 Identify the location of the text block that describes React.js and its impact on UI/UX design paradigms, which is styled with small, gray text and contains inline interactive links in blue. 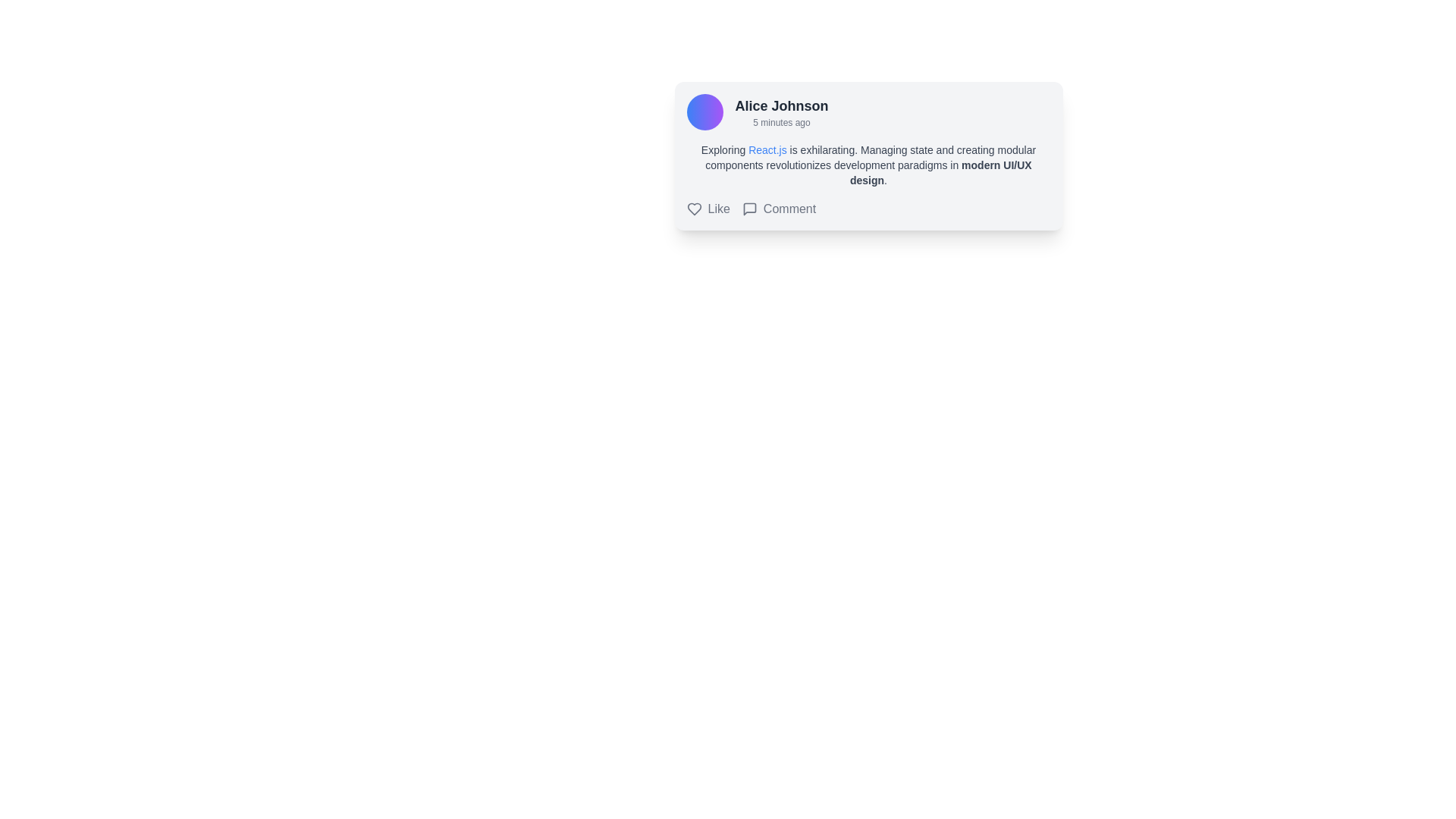
(868, 165).